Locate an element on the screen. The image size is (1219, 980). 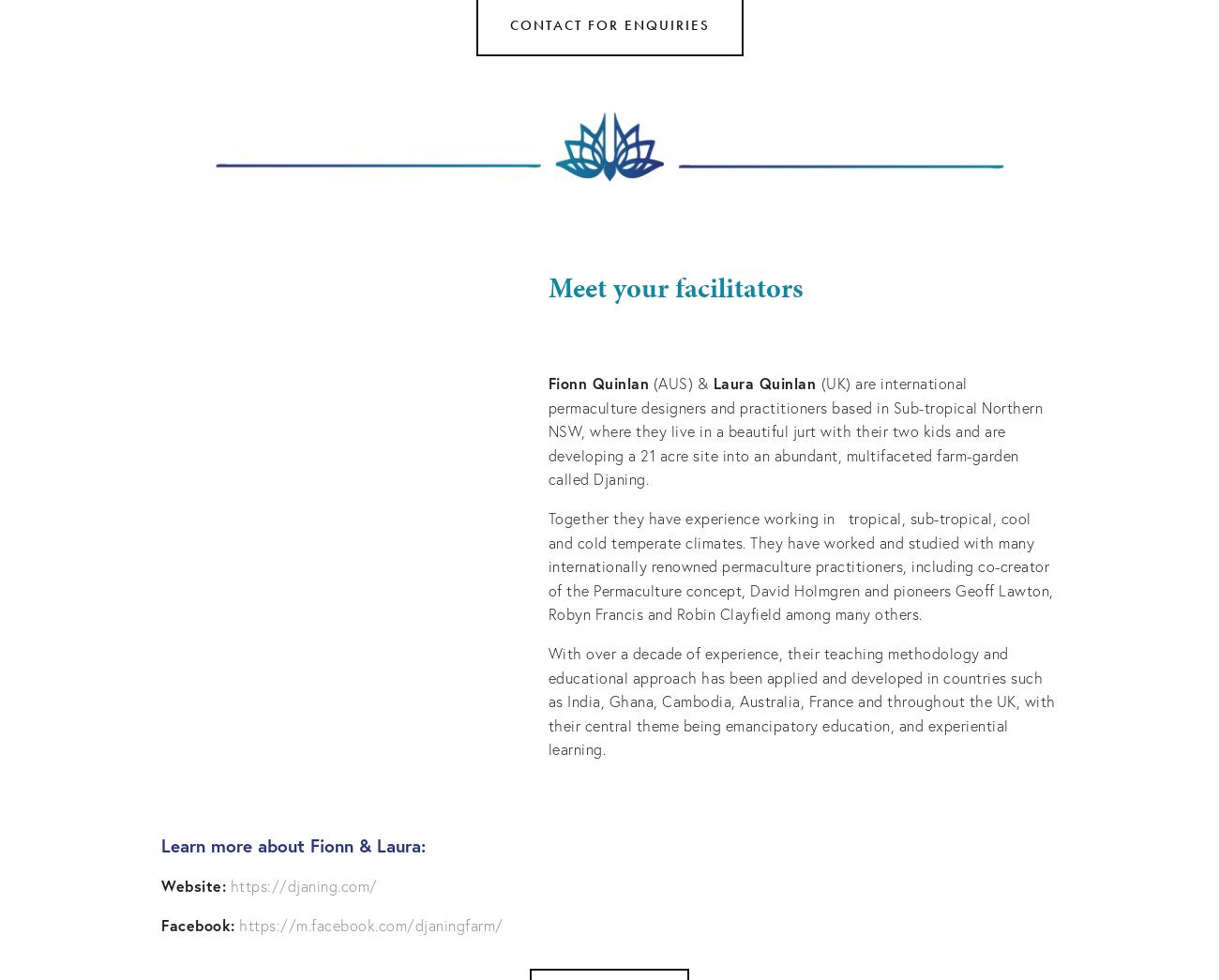
'https://djaning.com/' is located at coordinates (303, 884).